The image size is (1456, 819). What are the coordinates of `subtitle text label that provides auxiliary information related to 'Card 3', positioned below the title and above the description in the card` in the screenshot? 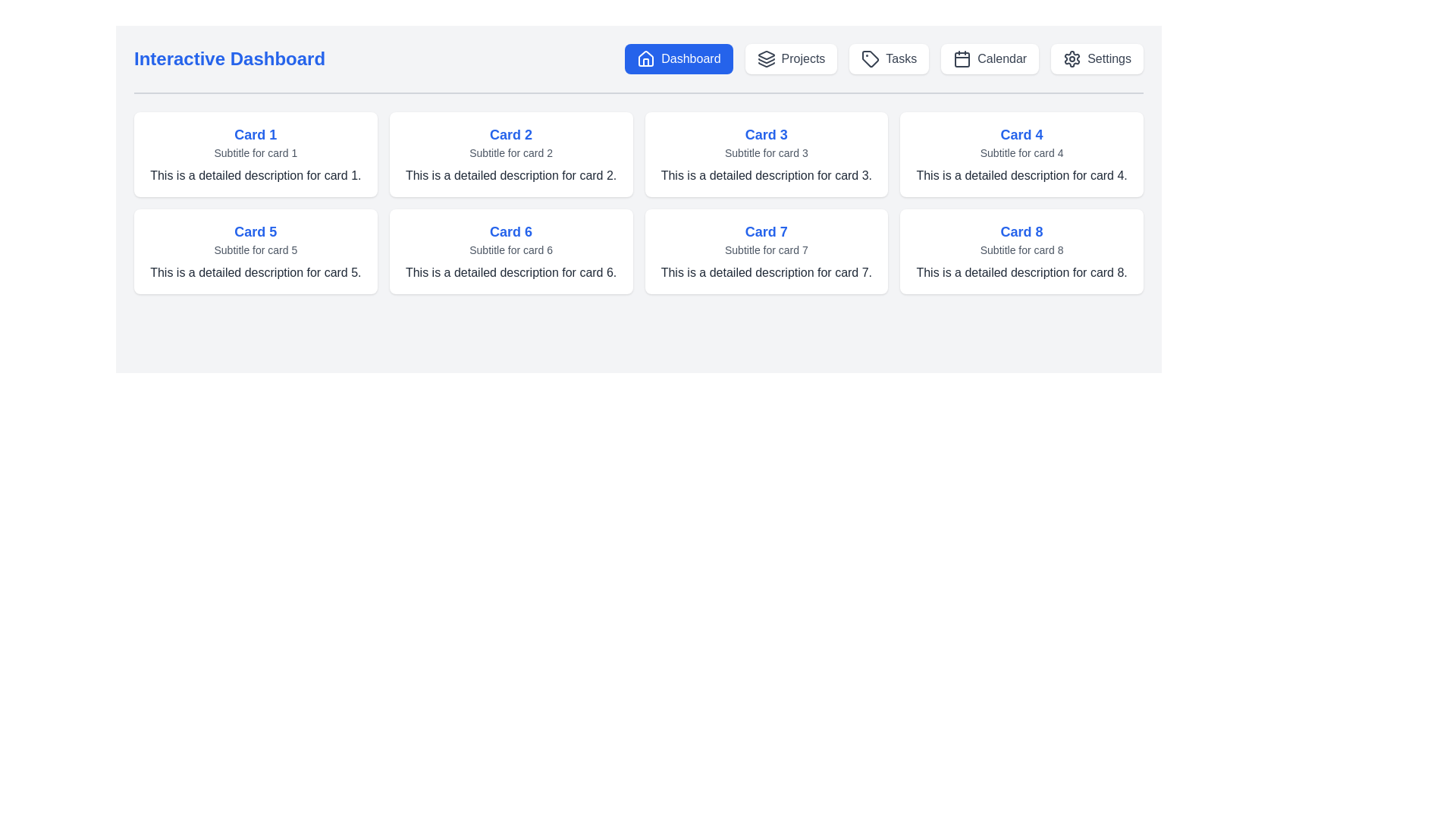 It's located at (766, 152).